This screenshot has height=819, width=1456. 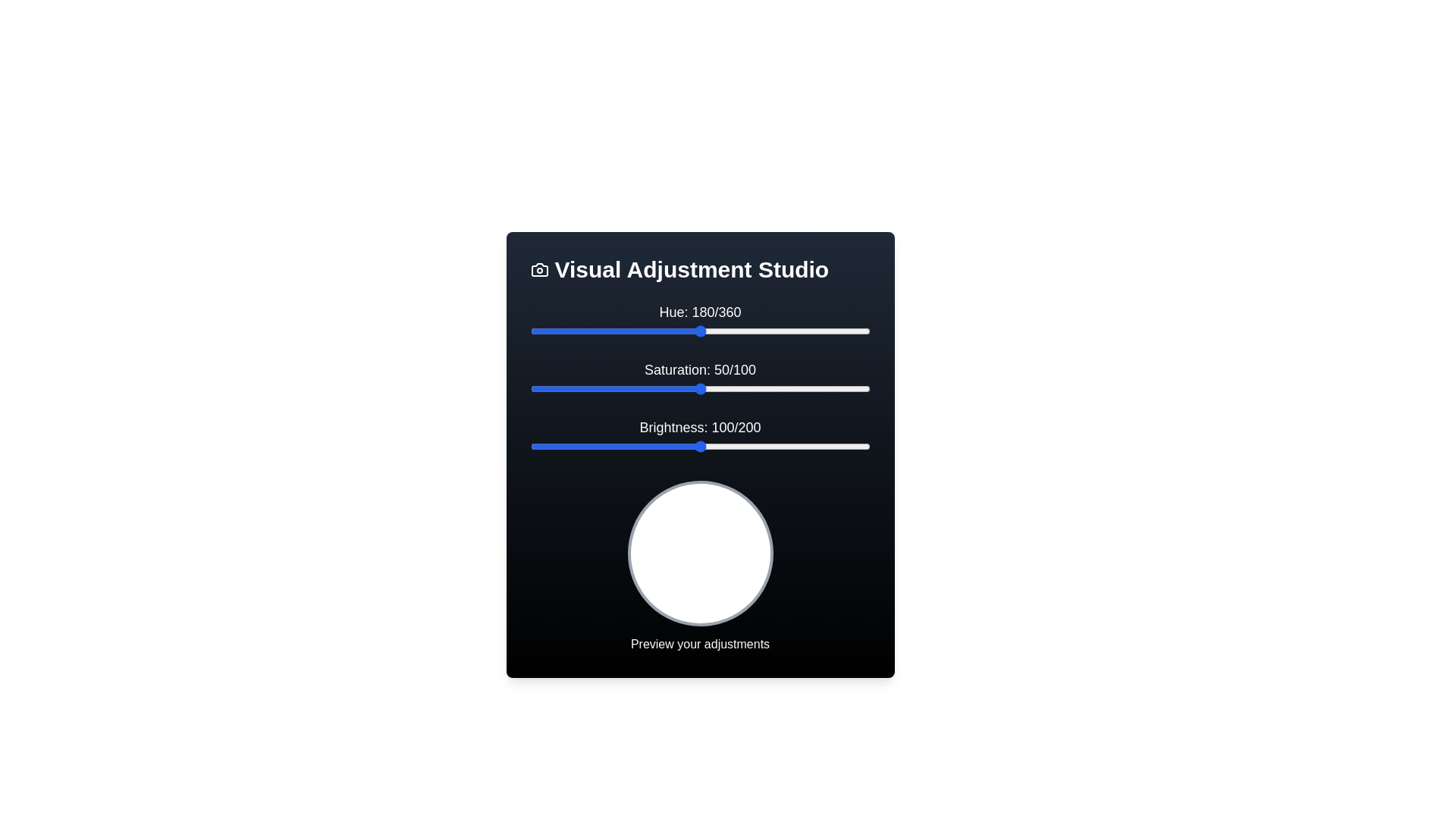 I want to click on the 'Hue' slider to 287 by dragging the slider, so click(x=800, y=330).